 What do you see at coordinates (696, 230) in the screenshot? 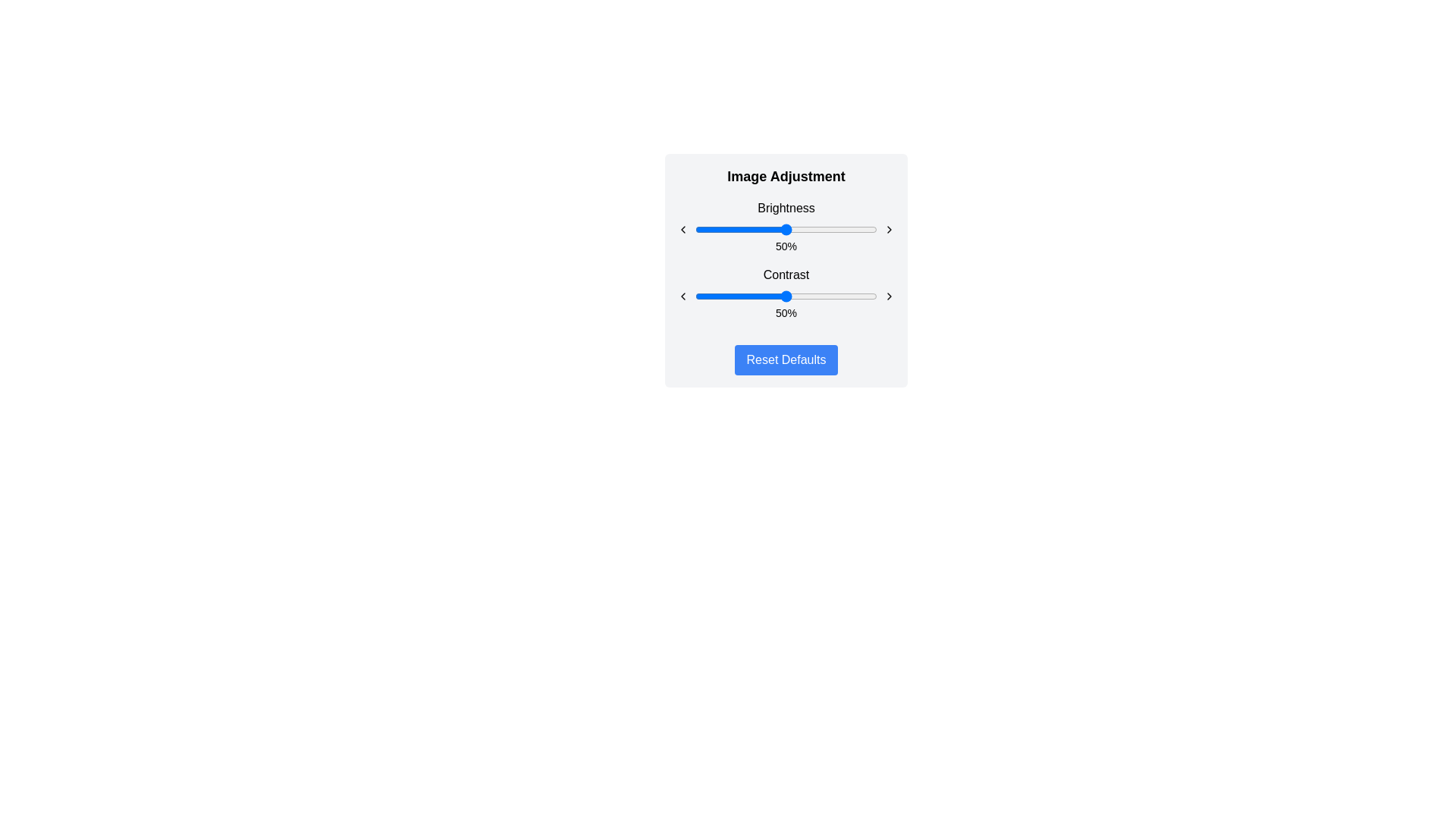
I see `brightness` at bounding box center [696, 230].